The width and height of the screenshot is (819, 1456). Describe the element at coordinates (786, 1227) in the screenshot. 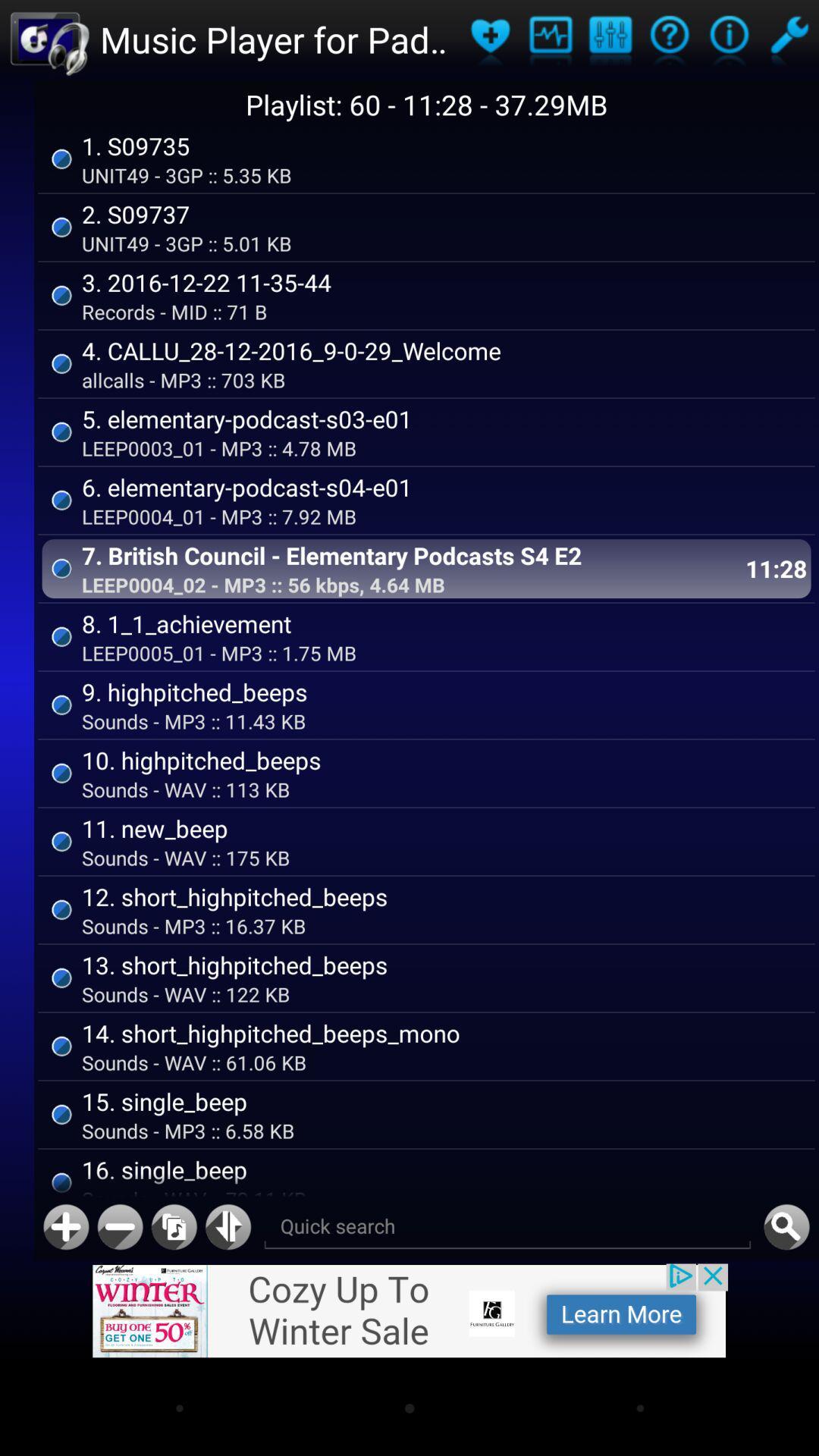

I see `to search` at that location.